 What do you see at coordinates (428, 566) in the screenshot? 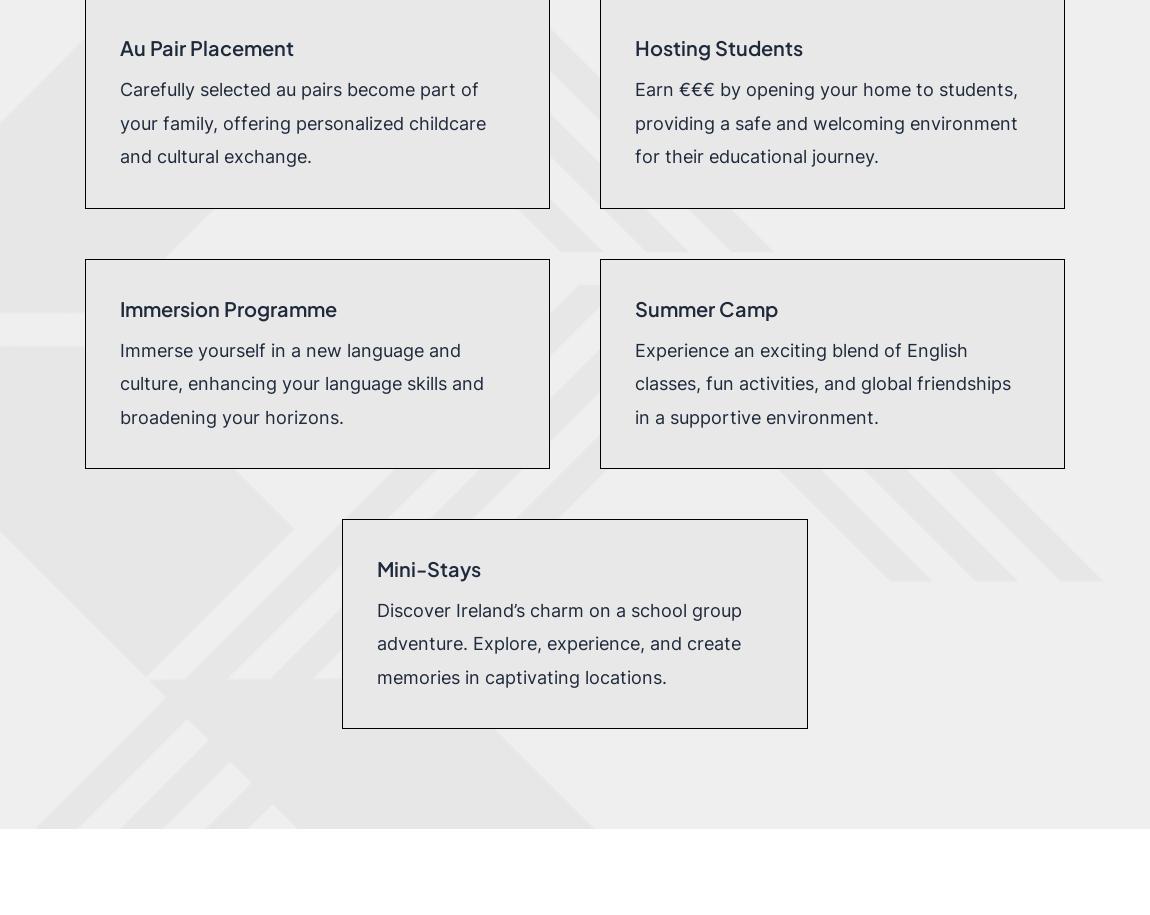
I see `'Mini-Stays'` at bounding box center [428, 566].